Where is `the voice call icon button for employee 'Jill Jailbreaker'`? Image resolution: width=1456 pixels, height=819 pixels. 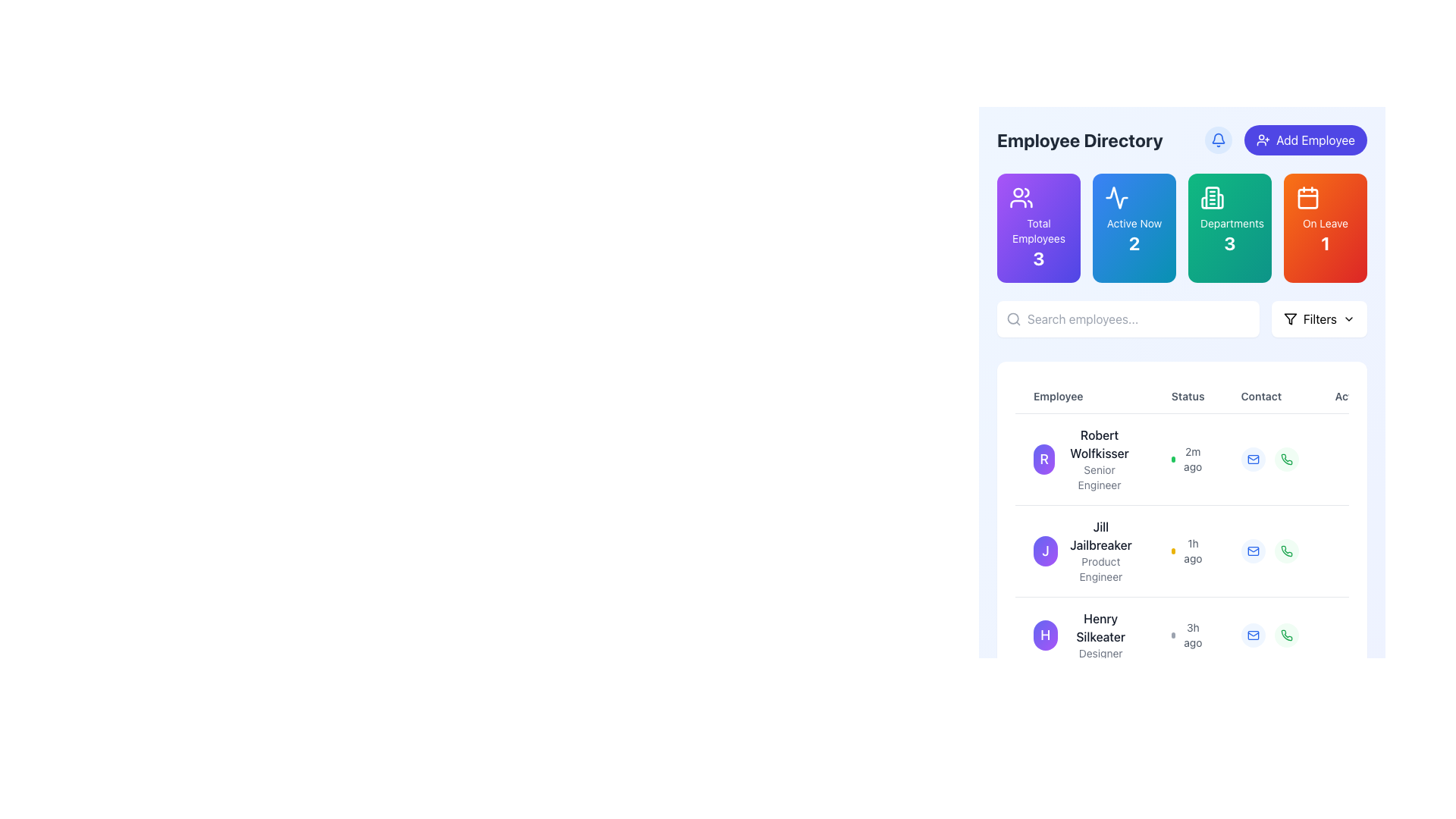
the voice call icon button for employee 'Jill Jailbreaker' is located at coordinates (1285, 551).